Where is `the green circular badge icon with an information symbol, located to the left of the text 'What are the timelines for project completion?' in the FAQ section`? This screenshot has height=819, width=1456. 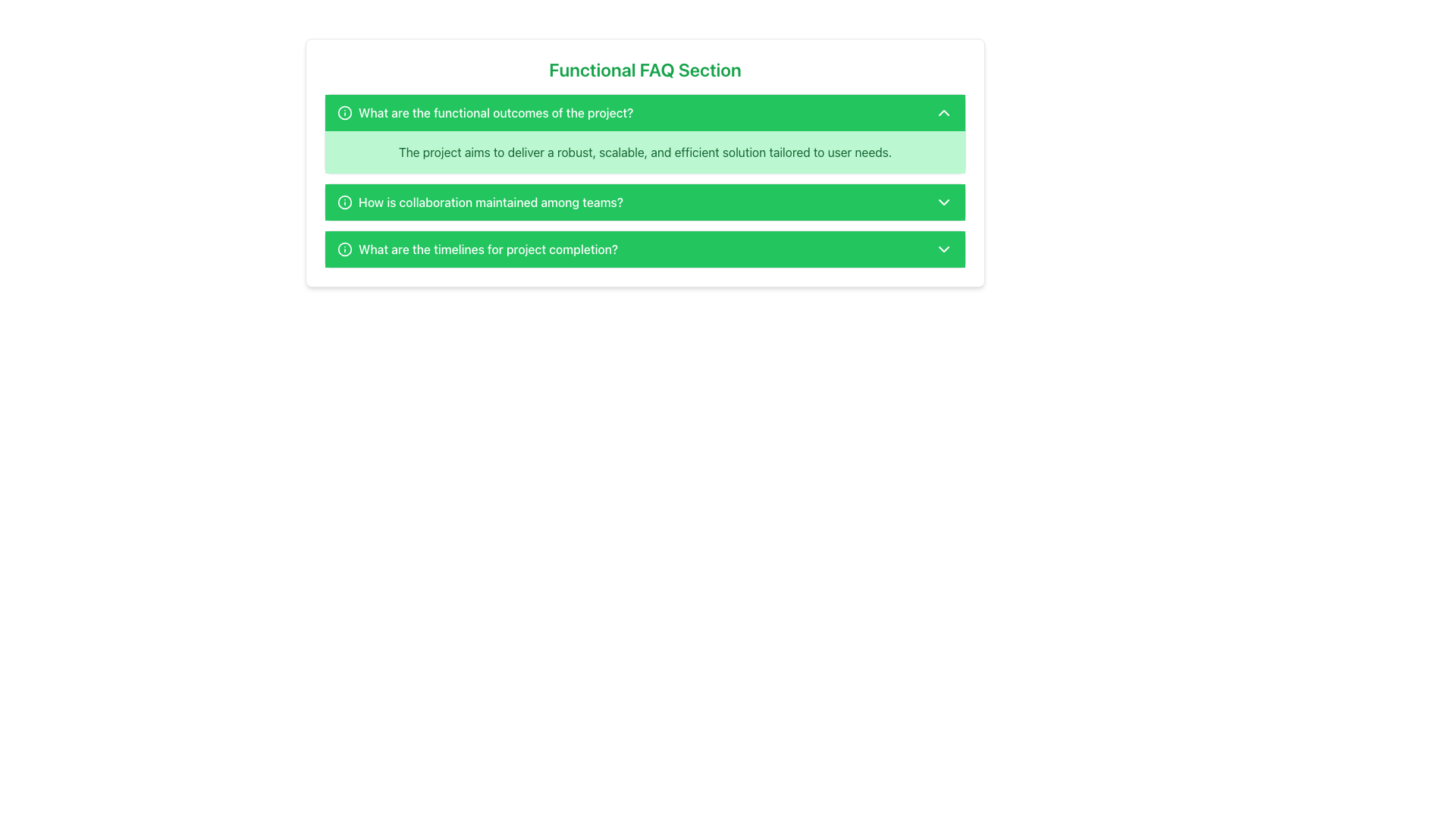 the green circular badge icon with an information symbol, located to the left of the text 'What are the timelines for project completion?' in the FAQ section is located at coordinates (344, 248).